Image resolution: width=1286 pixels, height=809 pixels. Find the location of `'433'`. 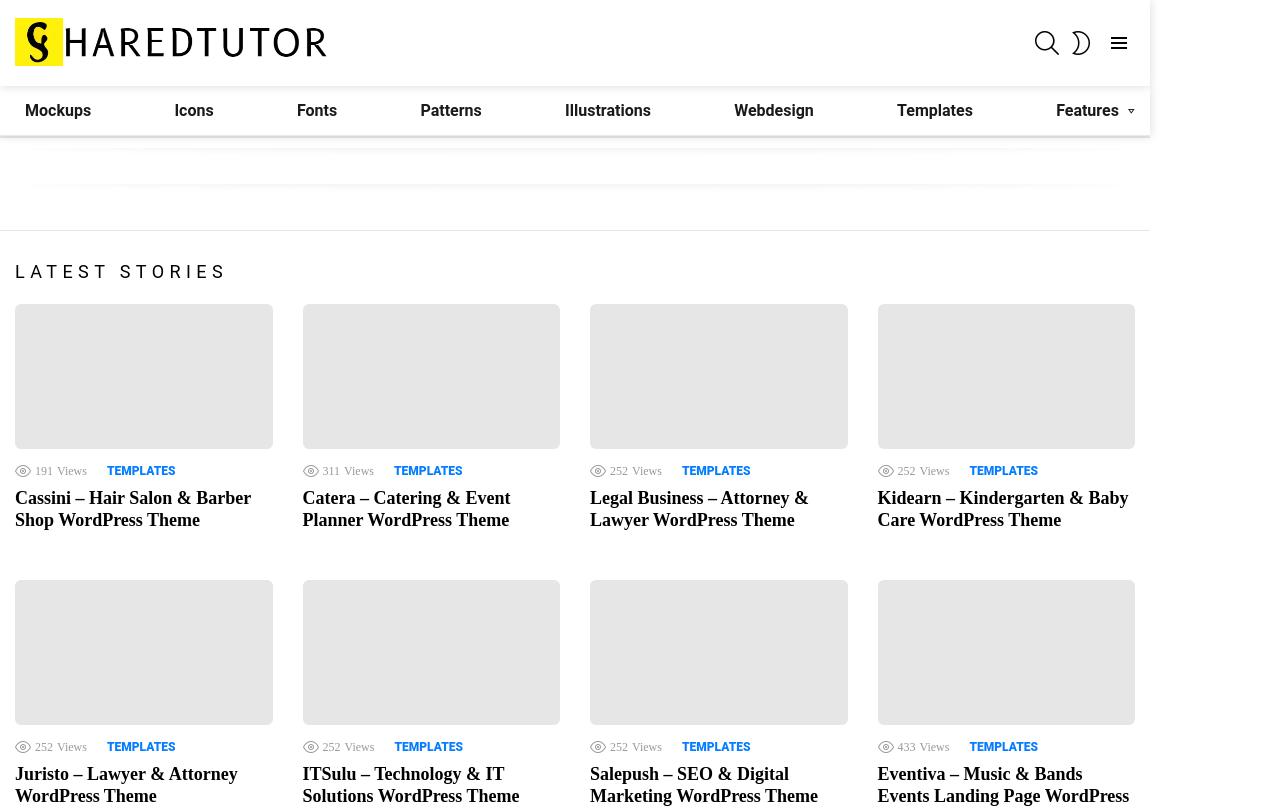

'433' is located at coordinates (905, 744).